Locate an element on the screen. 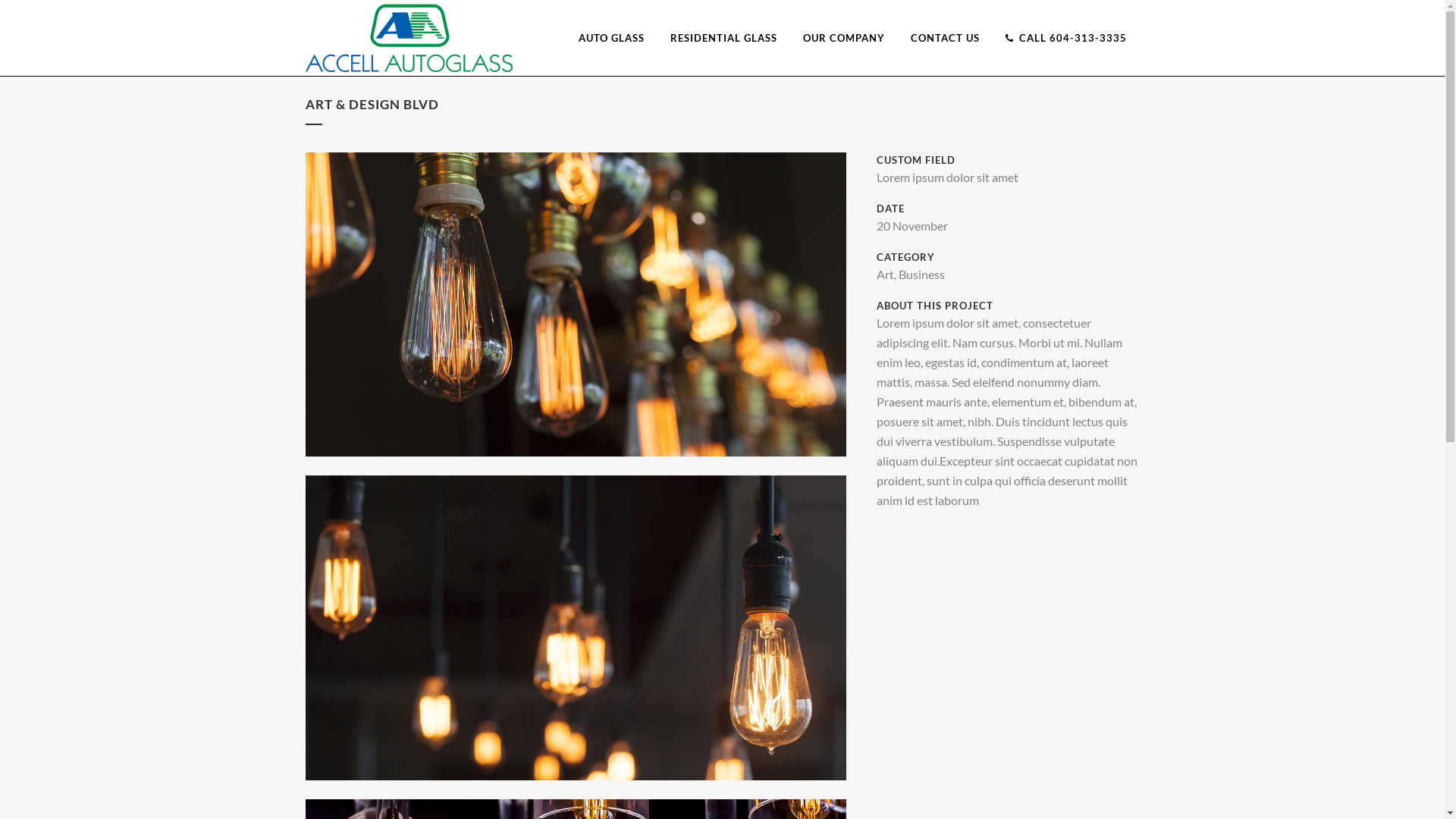 The width and height of the screenshot is (1456, 819). 'CONTACT US' is located at coordinates (944, 37).